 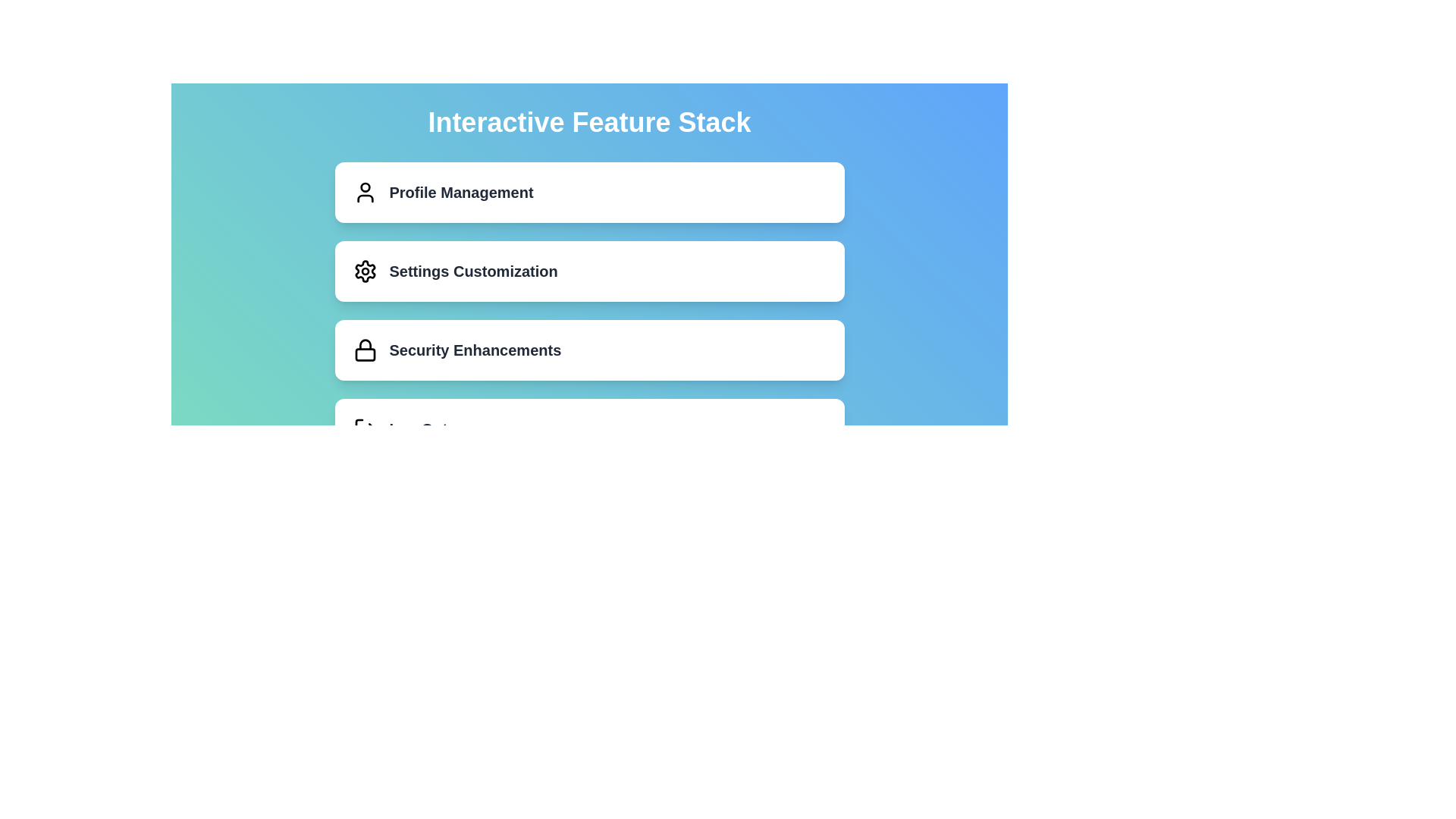 I want to click on the small filled circular shape that represents the head of the outlined person icon in the first card under the title 'Interactive Feature Stack', so click(x=365, y=187).